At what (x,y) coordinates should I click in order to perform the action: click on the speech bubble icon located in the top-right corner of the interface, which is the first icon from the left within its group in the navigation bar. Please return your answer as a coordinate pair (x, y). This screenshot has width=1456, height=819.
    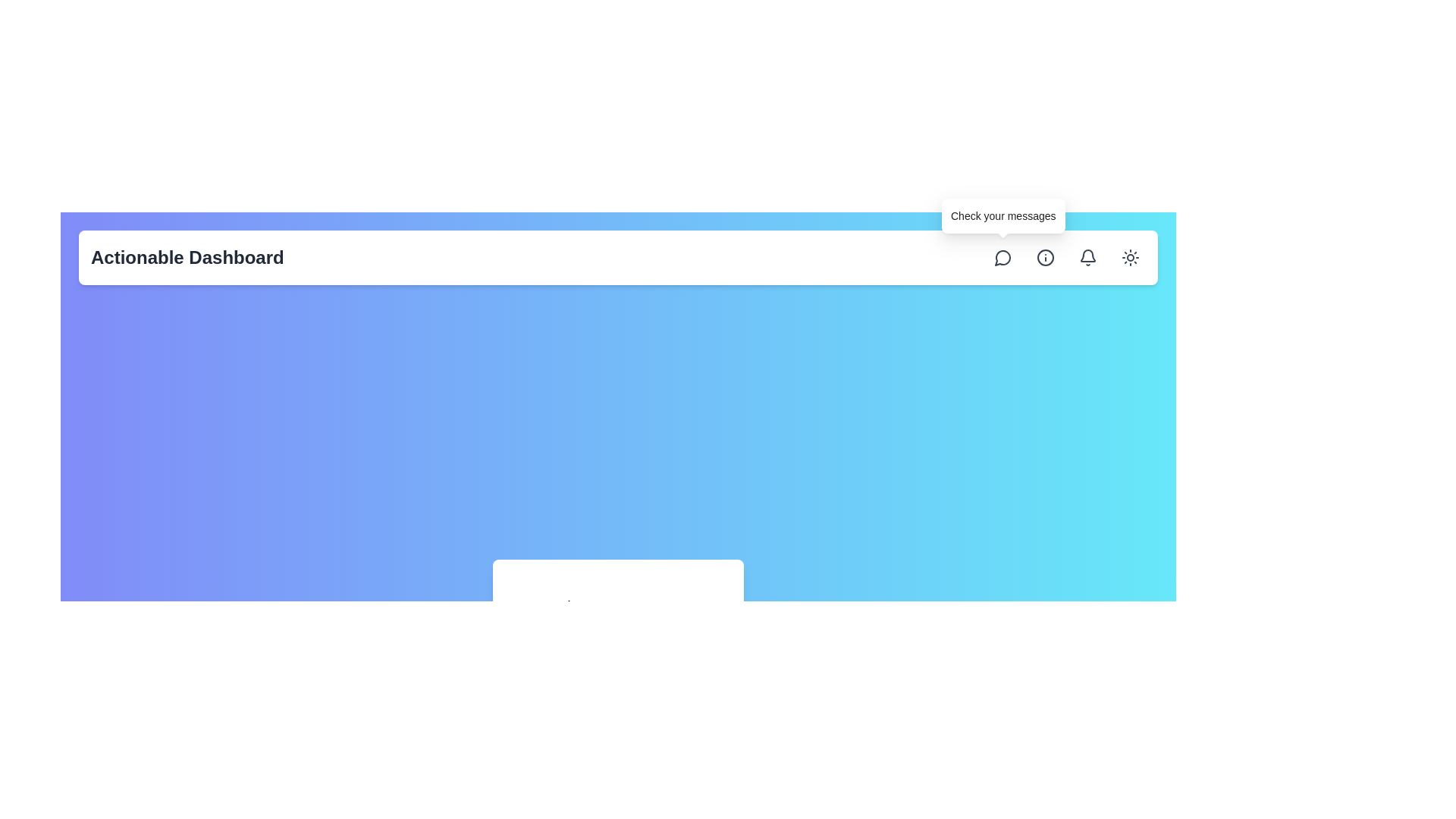
    Looking at the image, I should click on (1003, 257).